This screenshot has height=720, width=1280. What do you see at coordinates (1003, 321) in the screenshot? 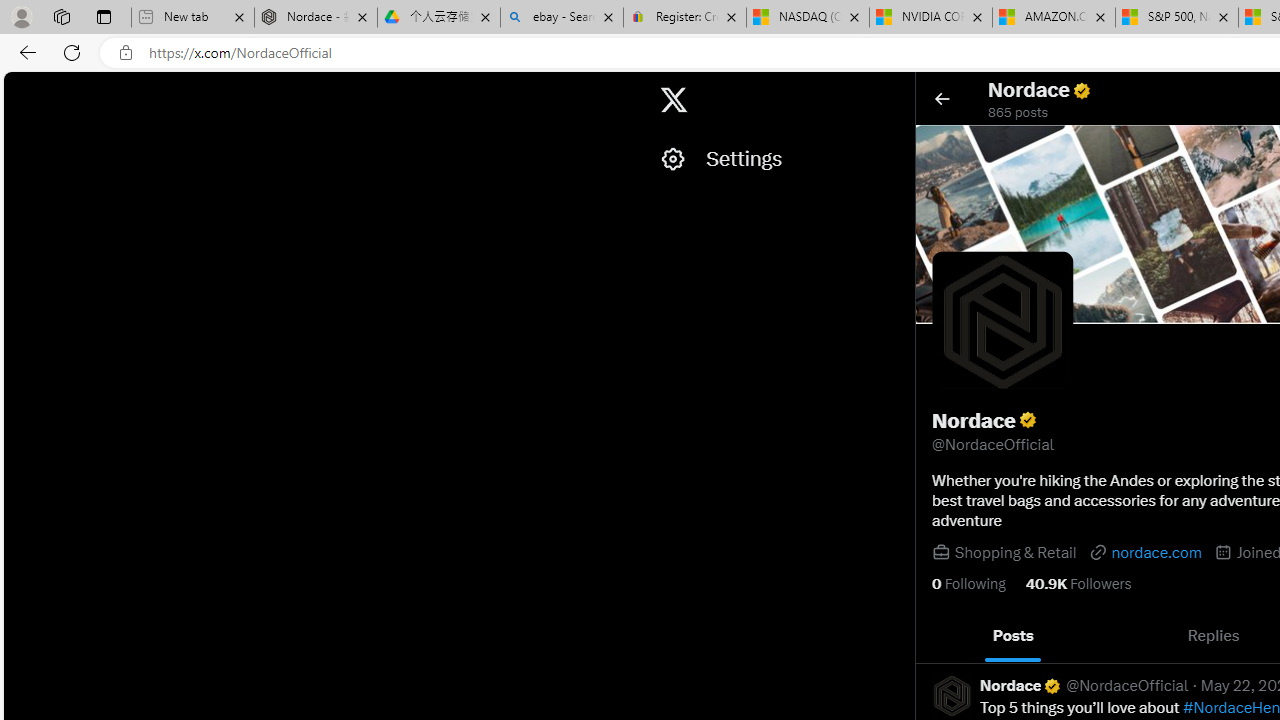
I see `'Square profile picture and Opens profile photo'` at bounding box center [1003, 321].